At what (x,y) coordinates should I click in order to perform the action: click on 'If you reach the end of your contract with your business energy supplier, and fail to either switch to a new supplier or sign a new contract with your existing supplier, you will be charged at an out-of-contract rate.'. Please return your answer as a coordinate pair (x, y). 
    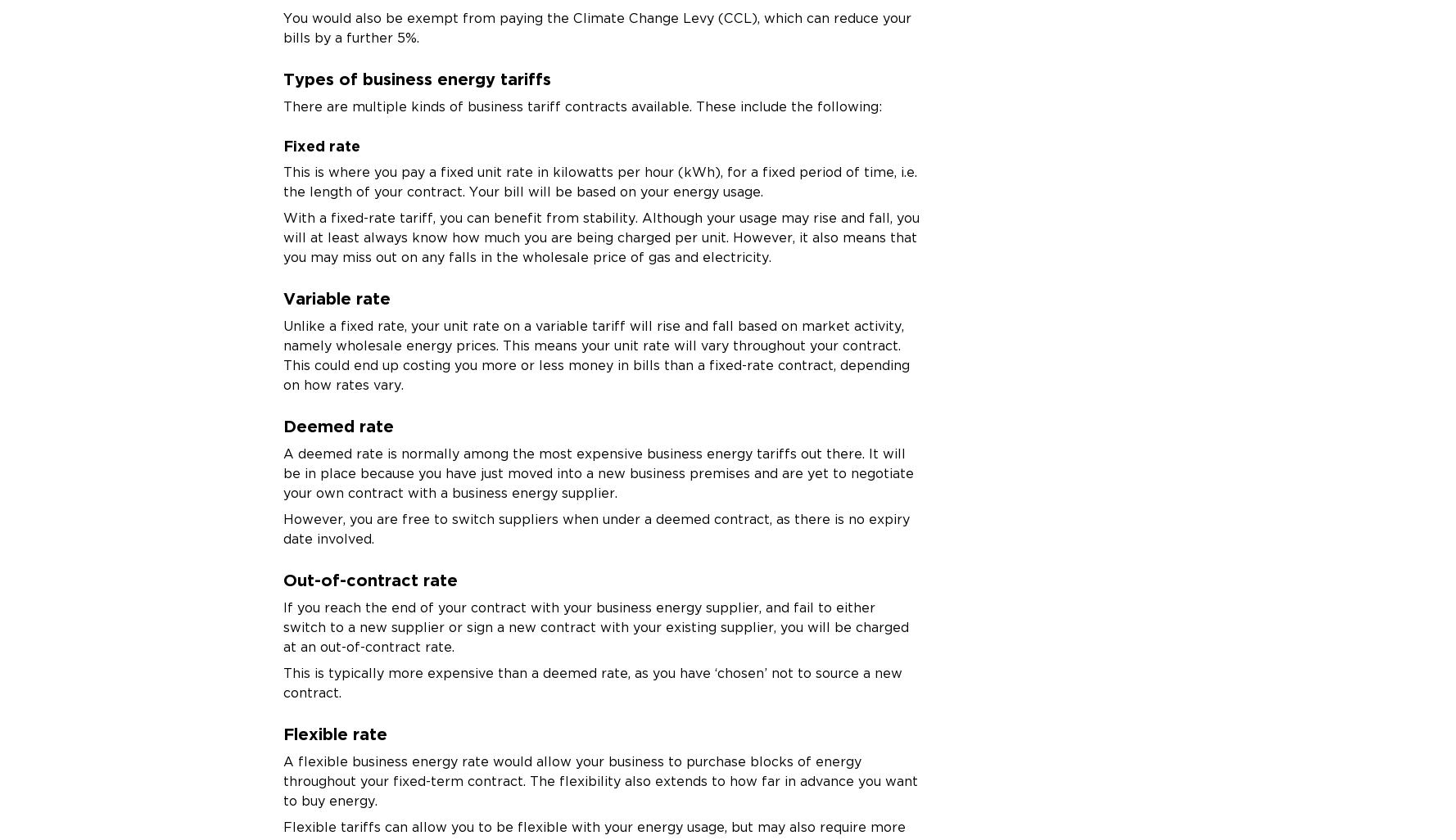
    Looking at the image, I should click on (282, 626).